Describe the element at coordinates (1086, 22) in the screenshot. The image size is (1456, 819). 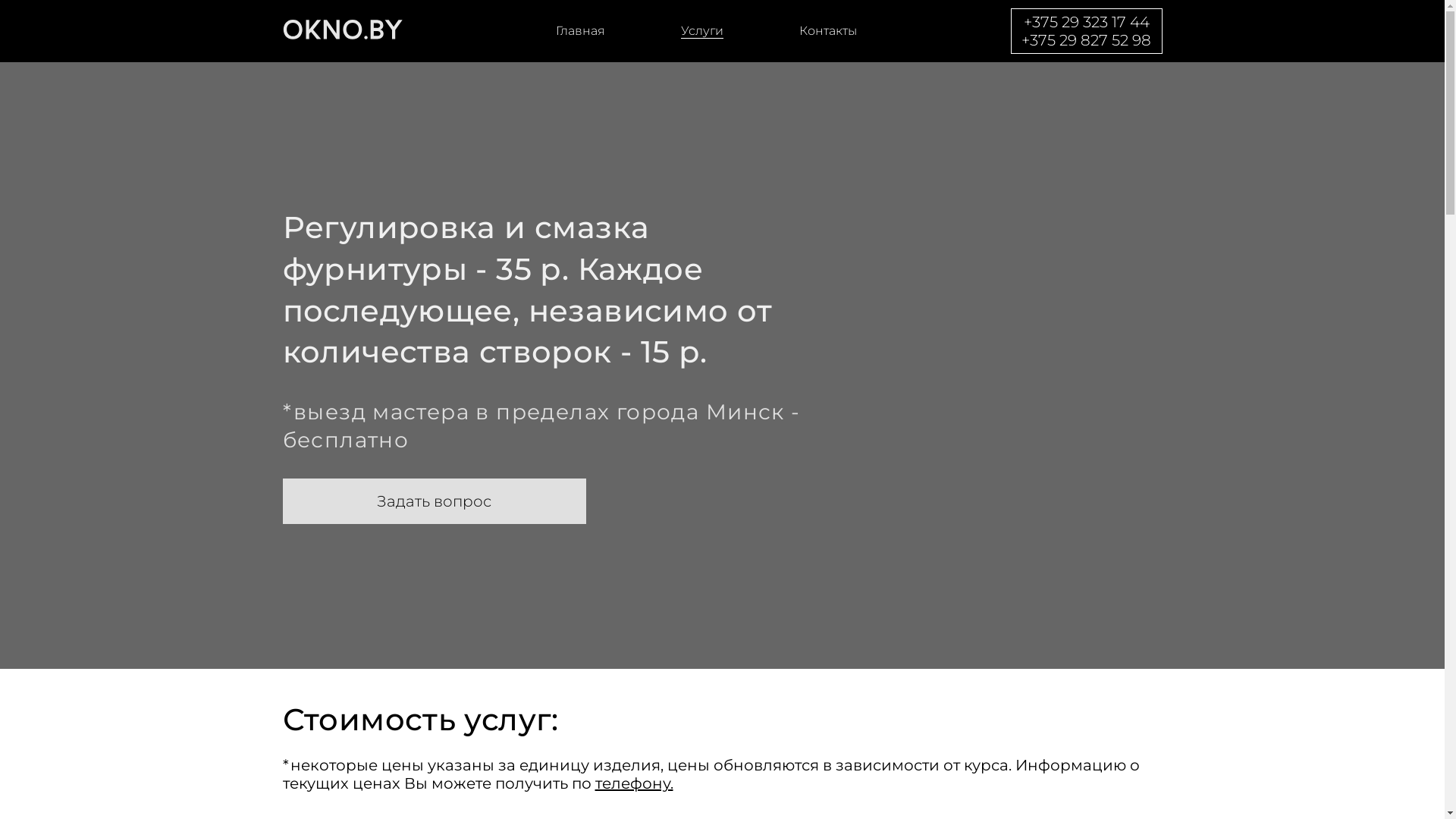
I see `'+375 29 323 17 44'` at that location.